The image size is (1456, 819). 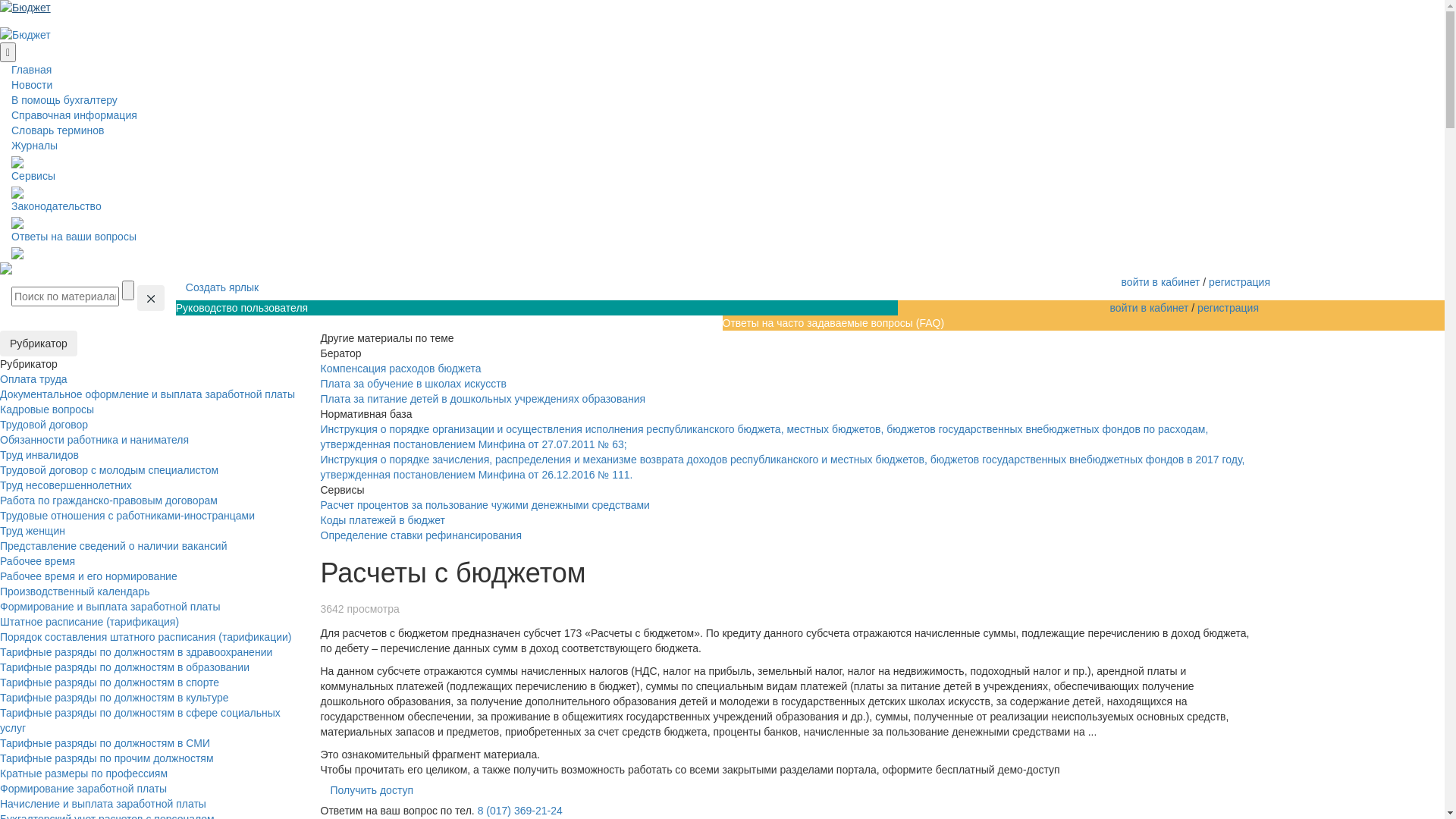 I want to click on '8 (017) 369-21-24', so click(x=520, y=809).